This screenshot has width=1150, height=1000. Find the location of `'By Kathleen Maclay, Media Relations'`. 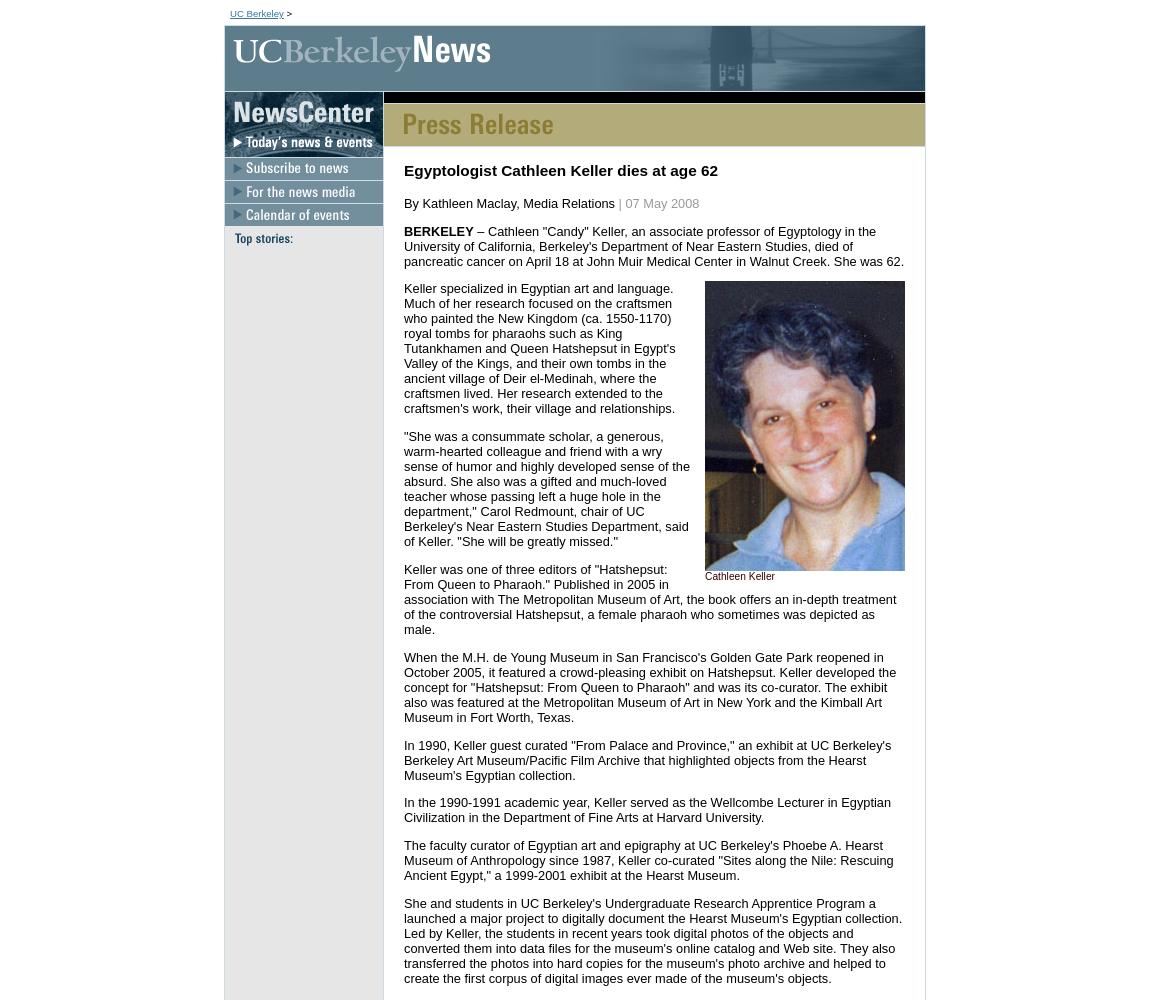

'By Kathleen Maclay, Media Relations' is located at coordinates (510, 201).